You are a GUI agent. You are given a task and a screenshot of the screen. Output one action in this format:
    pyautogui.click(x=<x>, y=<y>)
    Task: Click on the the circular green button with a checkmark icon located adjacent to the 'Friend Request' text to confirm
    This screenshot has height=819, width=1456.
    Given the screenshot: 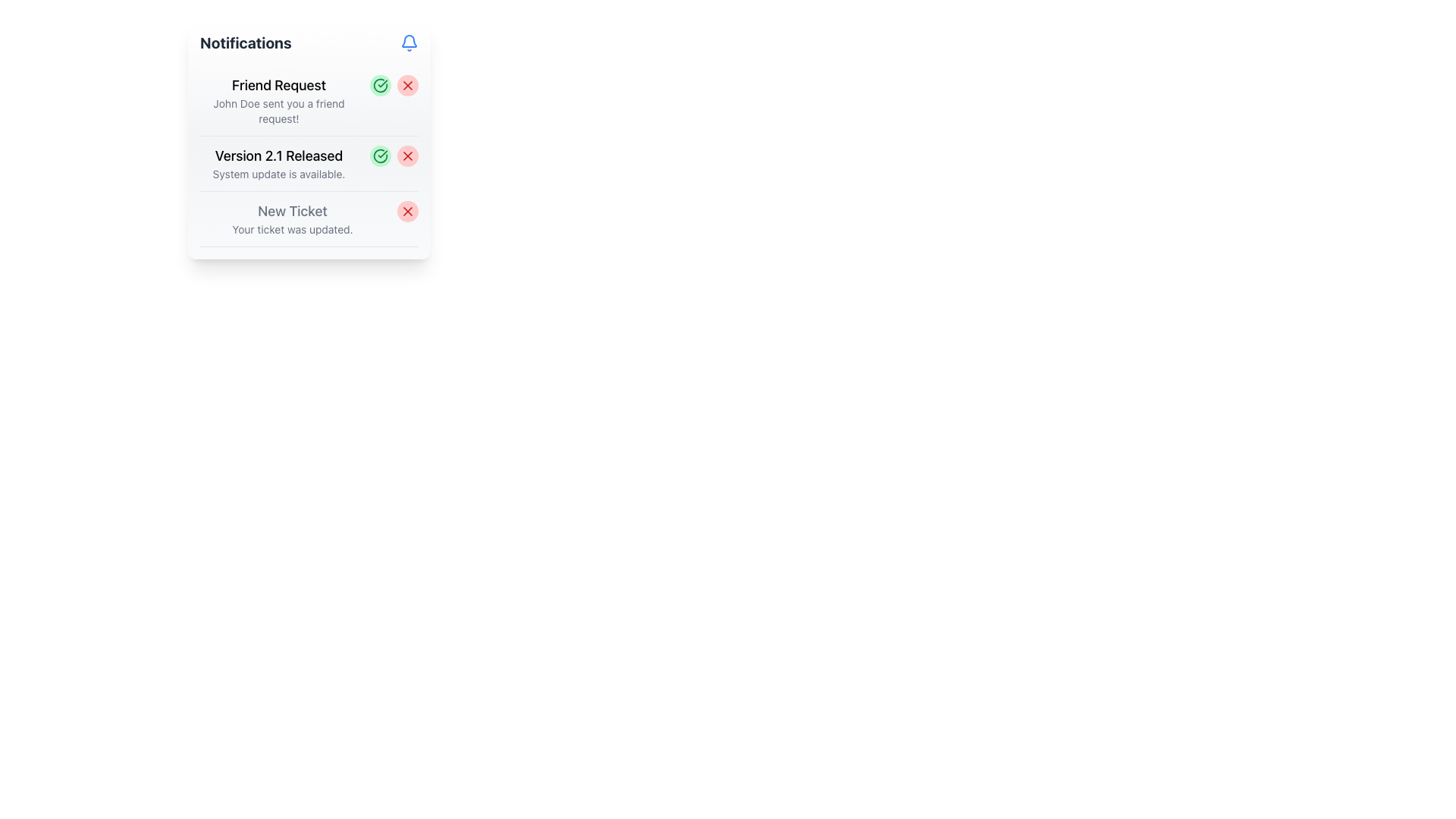 What is the action you would take?
    pyautogui.click(x=381, y=85)
    